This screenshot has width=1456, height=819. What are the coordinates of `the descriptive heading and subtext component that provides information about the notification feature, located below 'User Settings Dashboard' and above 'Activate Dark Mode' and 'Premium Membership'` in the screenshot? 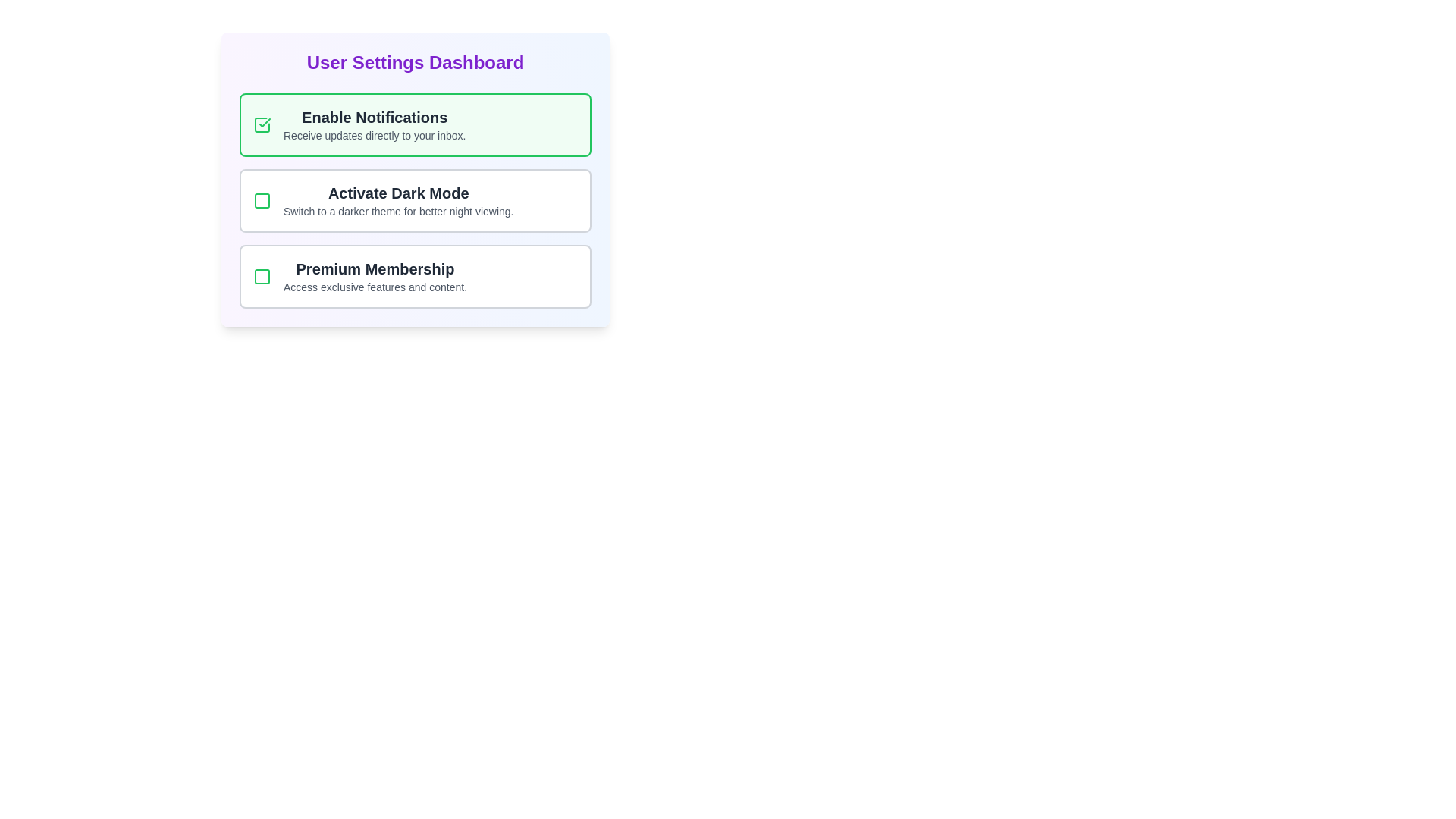 It's located at (375, 124).